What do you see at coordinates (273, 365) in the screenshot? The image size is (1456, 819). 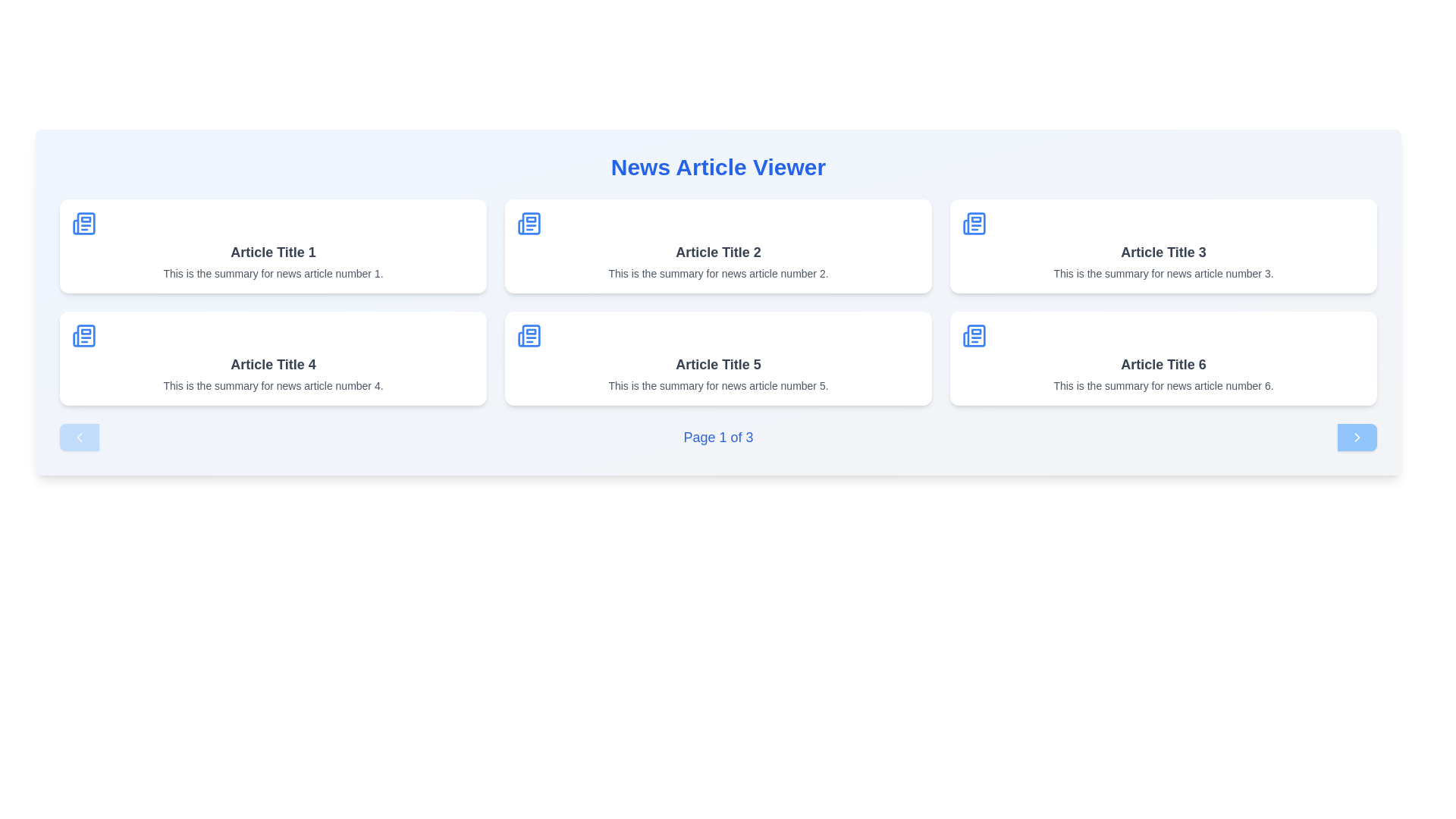 I see `the headline text of the article represented by the second card in the second row of the grid layout` at bounding box center [273, 365].